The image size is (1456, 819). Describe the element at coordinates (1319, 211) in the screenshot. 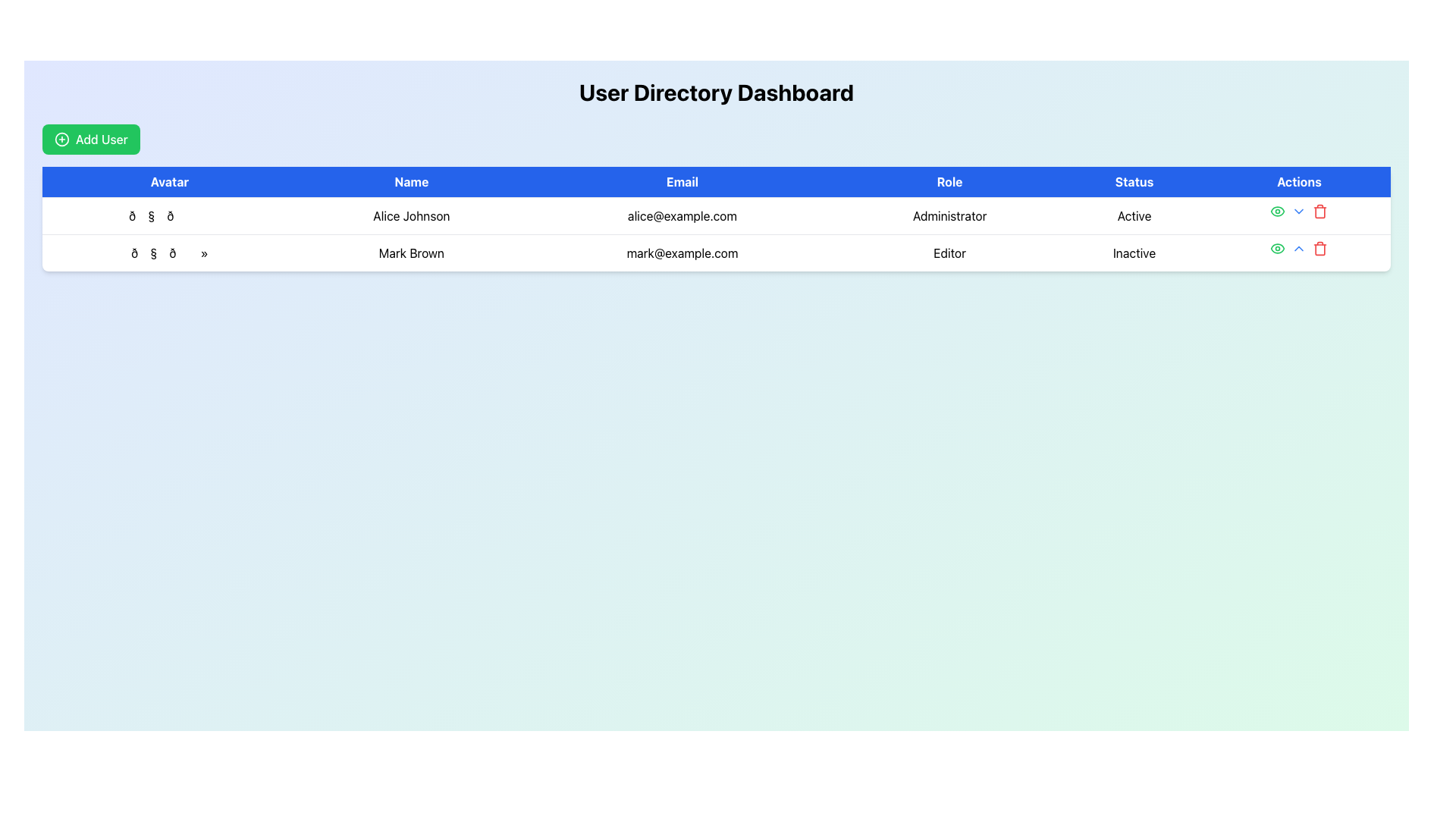

I see `the red trash icon button located as the third element under the 'Actions' column in the second table row to initiate a delete action` at that location.